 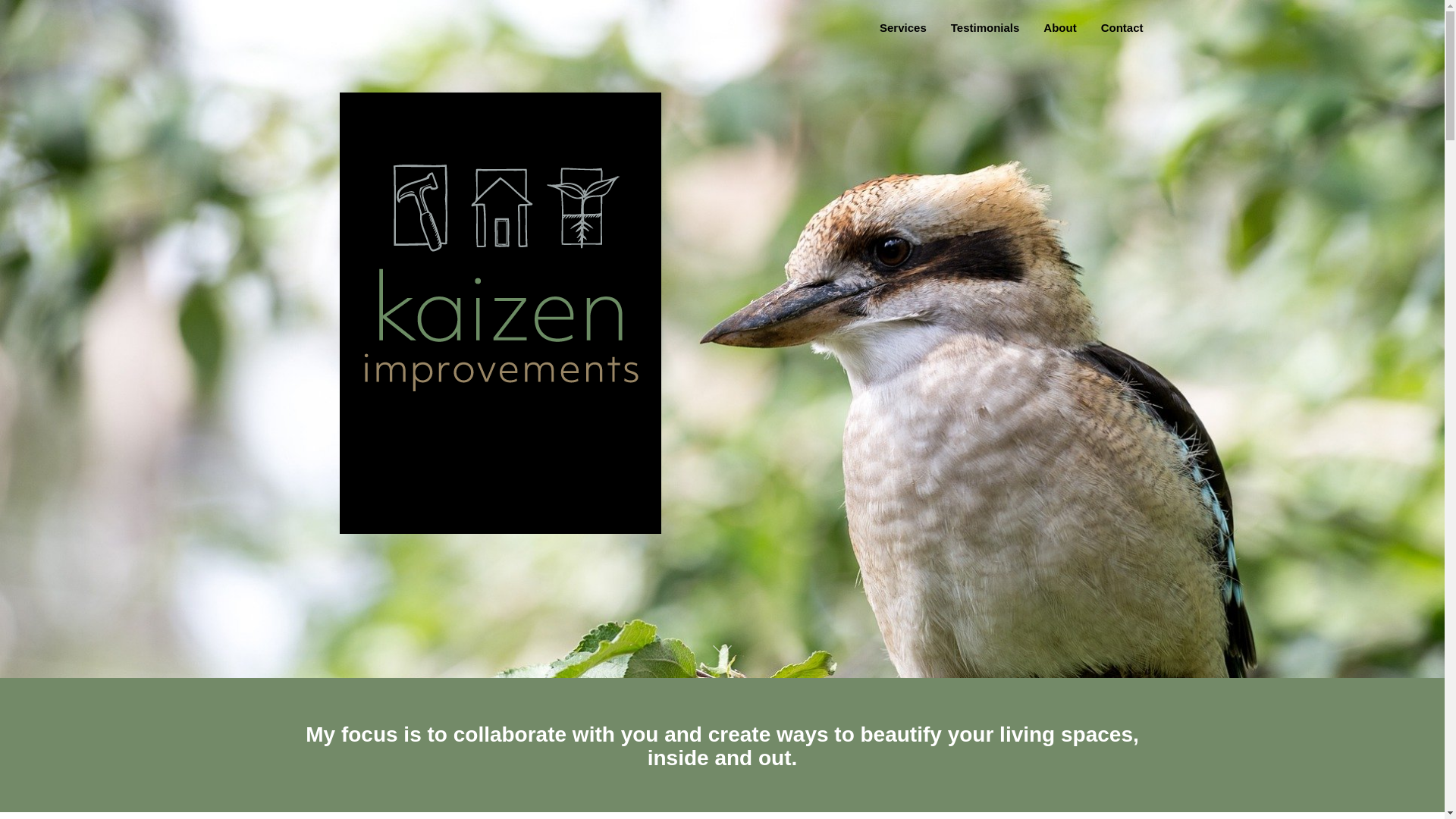 What do you see at coordinates (1059, 28) in the screenshot?
I see `'About'` at bounding box center [1059, 28].